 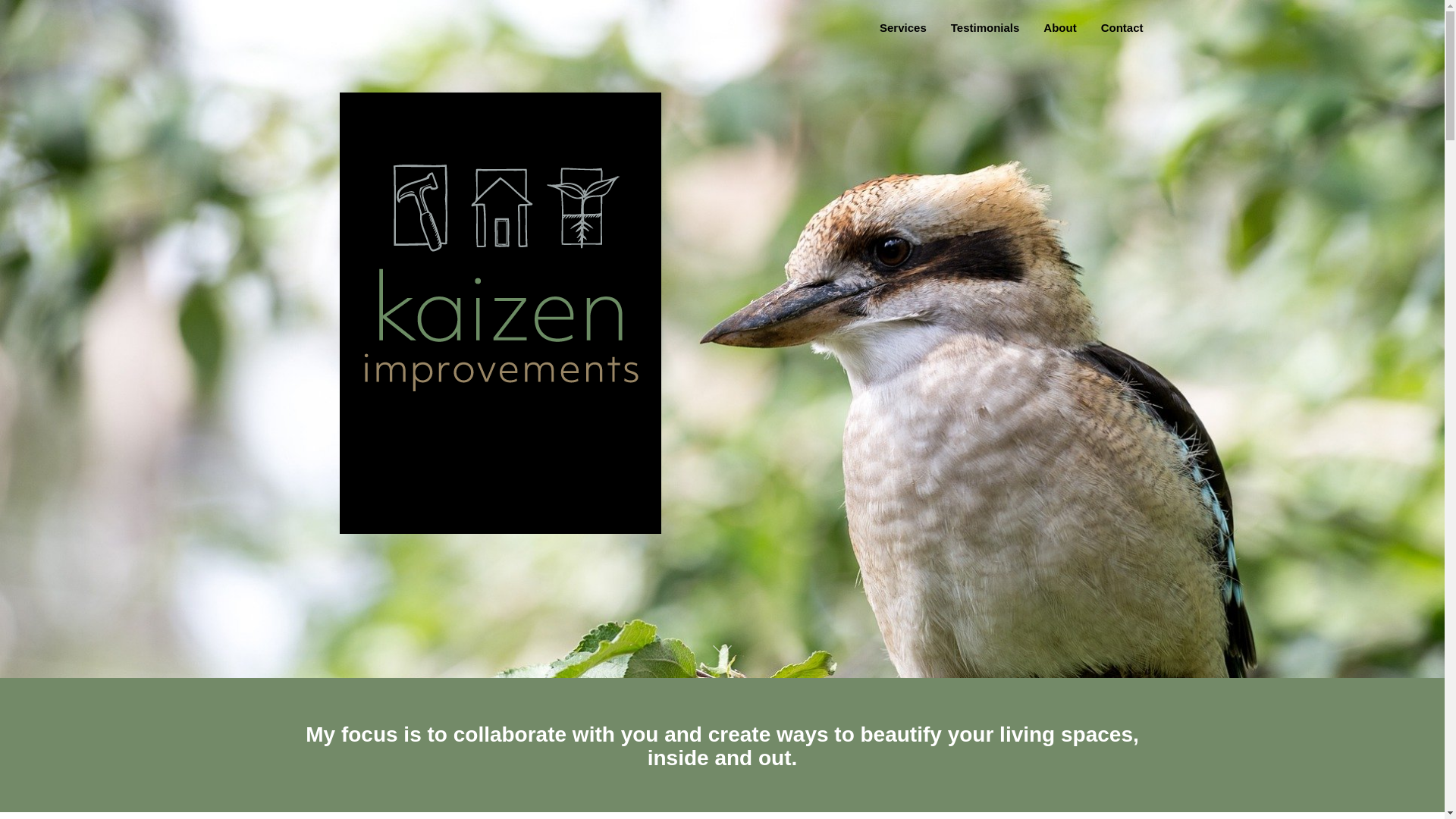 What do you see at coordinates (1059, 28) in the screenshot?
I see `'About'` at bounding box center [1059, 28].